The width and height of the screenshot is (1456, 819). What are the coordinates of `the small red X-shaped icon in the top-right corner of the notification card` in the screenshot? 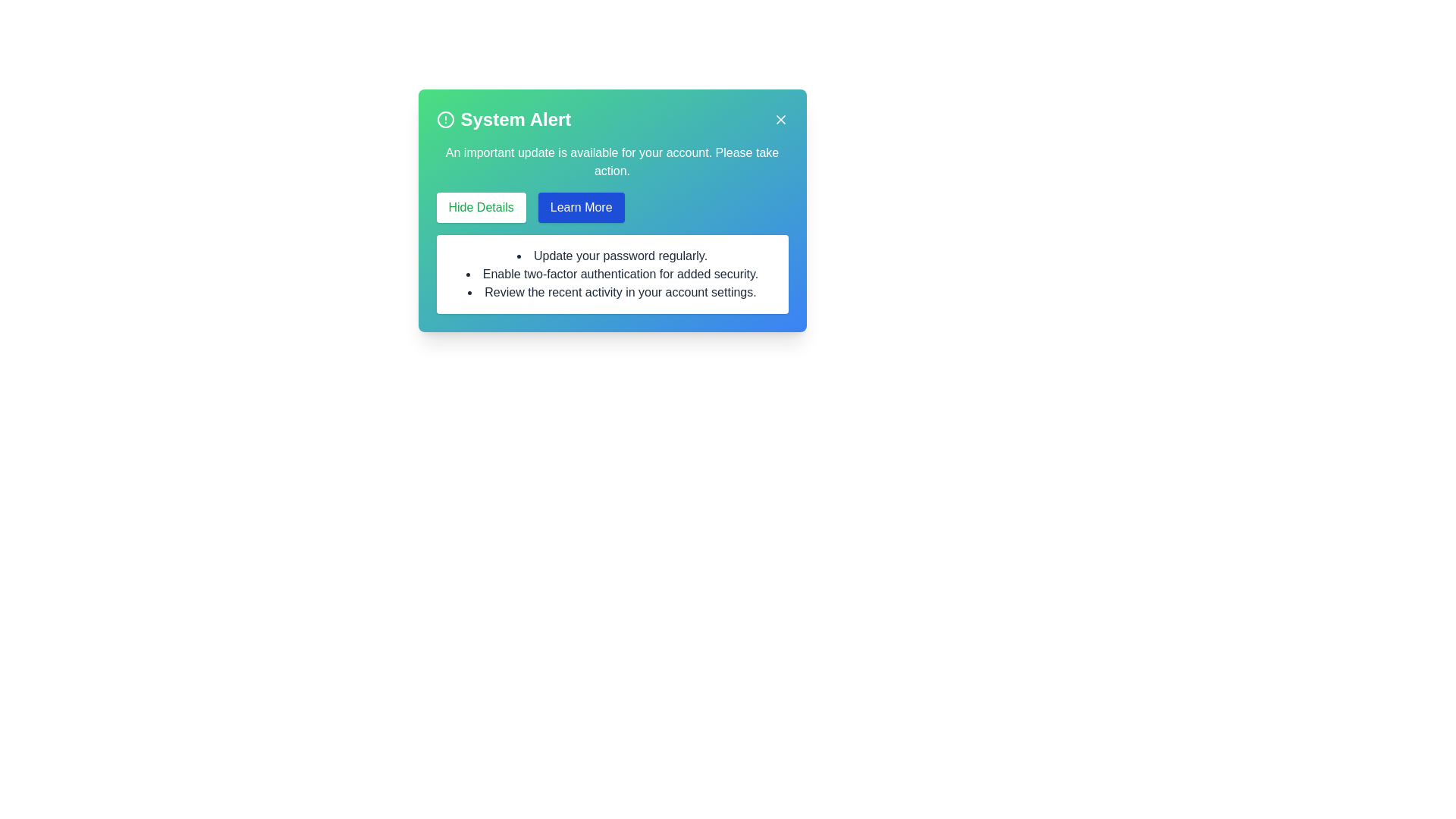 It's located at (780, 119).